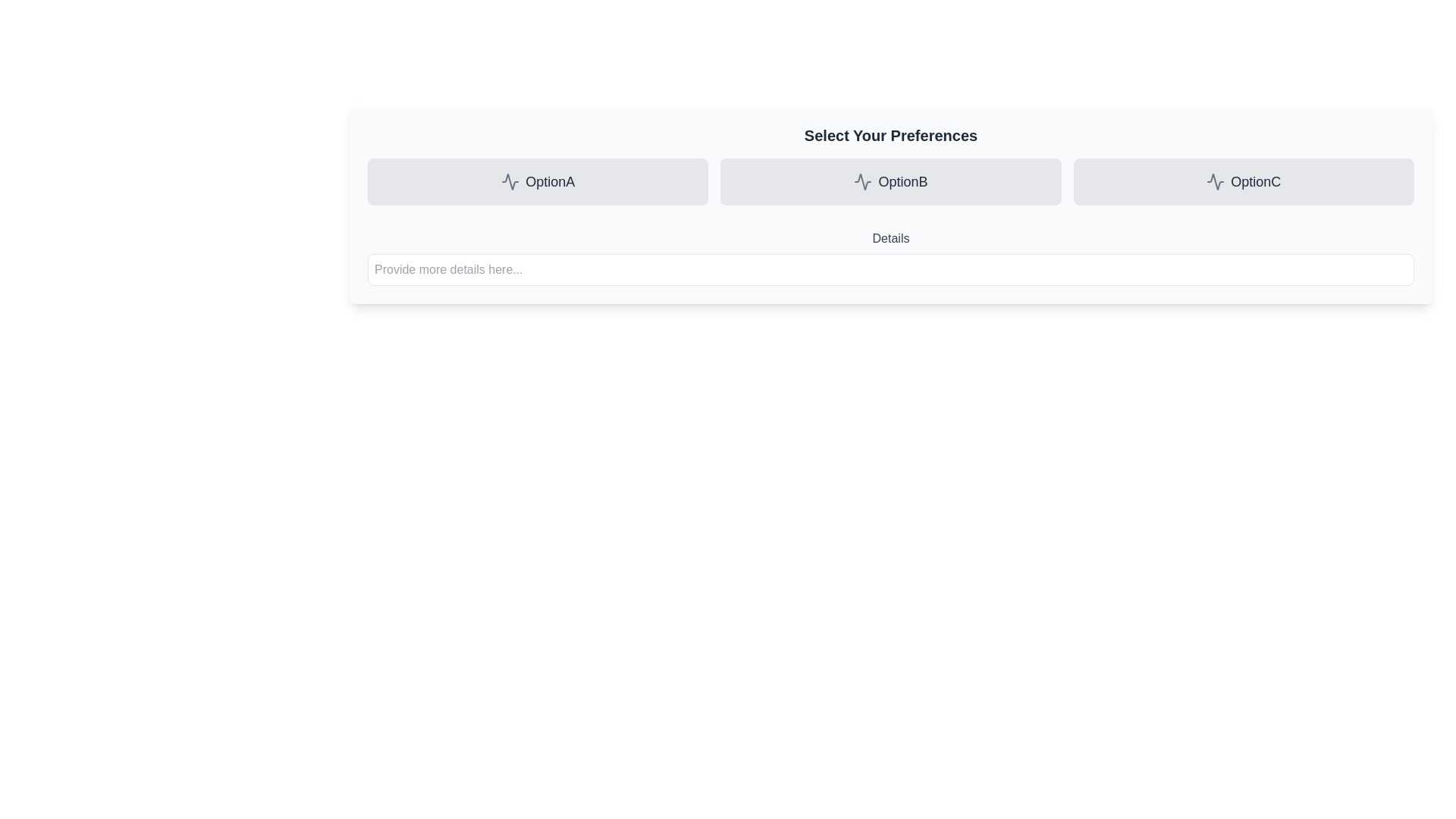  Describe the element at coordinates (863, 180) in the screenshot. I see `the waveform icon, which is gray and located within the 'OptionB' button, the second option among three, centered in its button` at that location.